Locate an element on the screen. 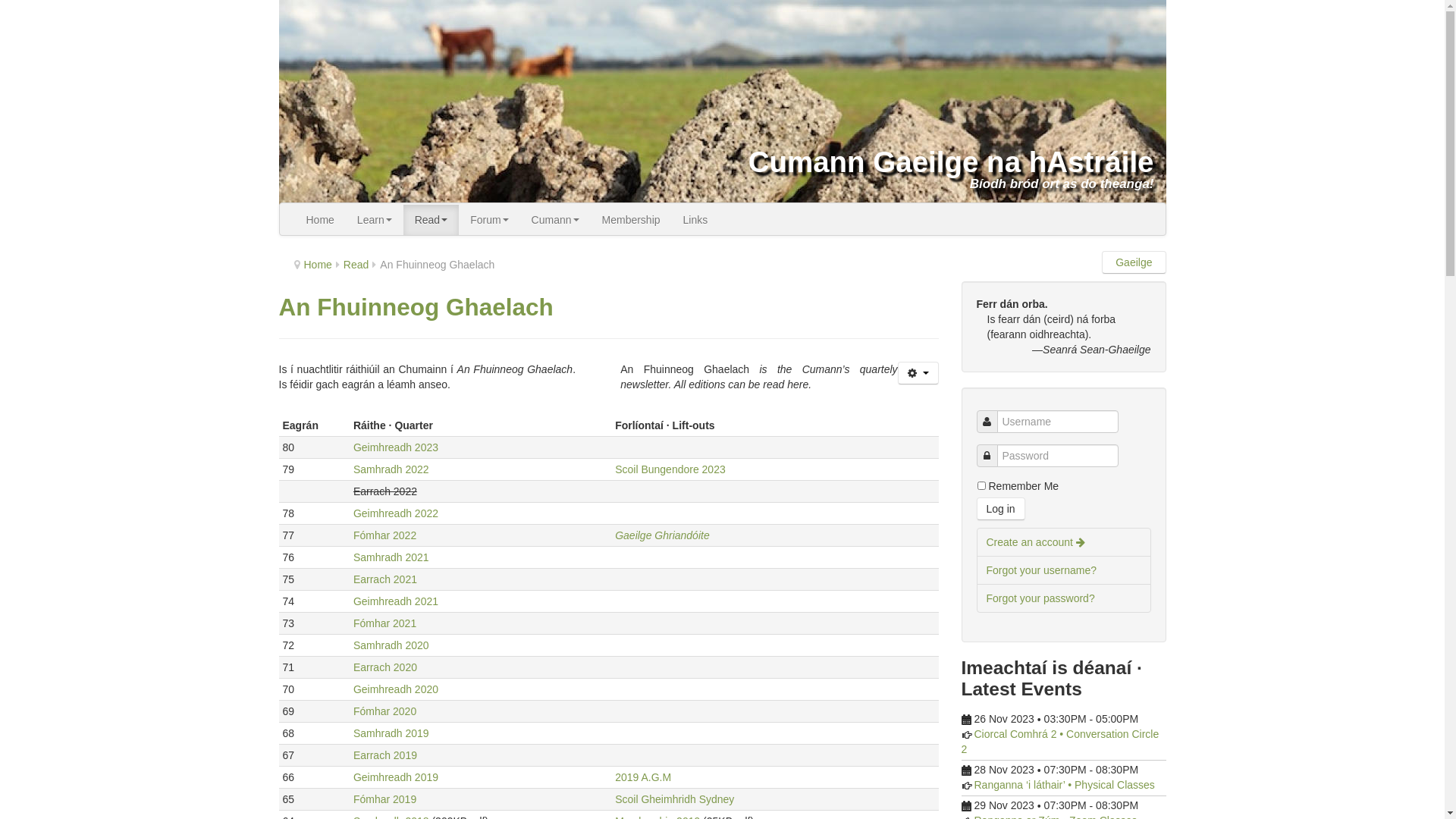  'Scoil Gheimhridh Sydney' is located at coordinates (673, 798).